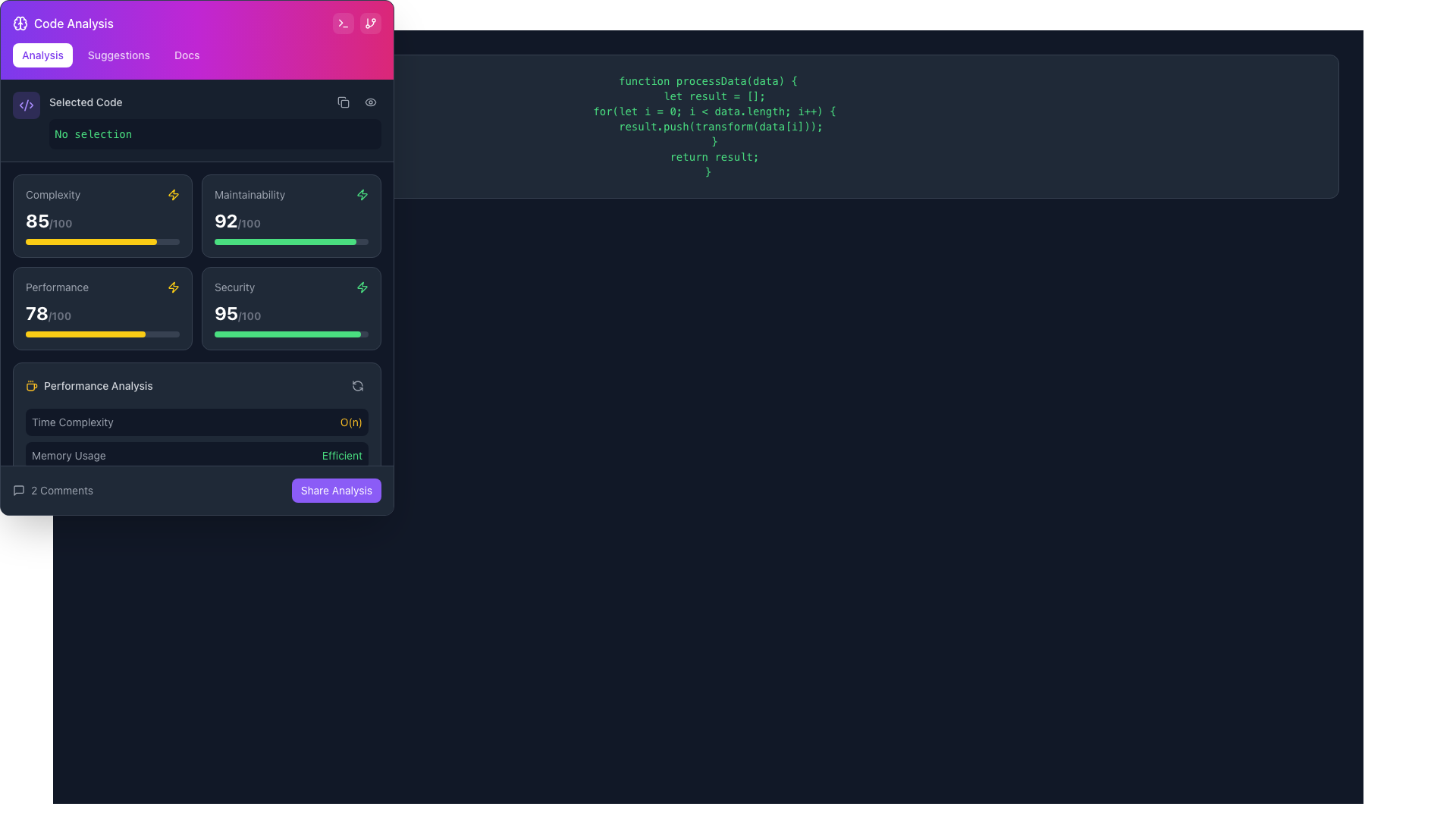 The height and width of the screenshot is (819, 1456). Describe the element at coordinates (708, 125) in the screenshot. I see `the code block that contains JavaScript code defining a function named 'processData', which is styled in light green color and formatted in monospace font` at that location.